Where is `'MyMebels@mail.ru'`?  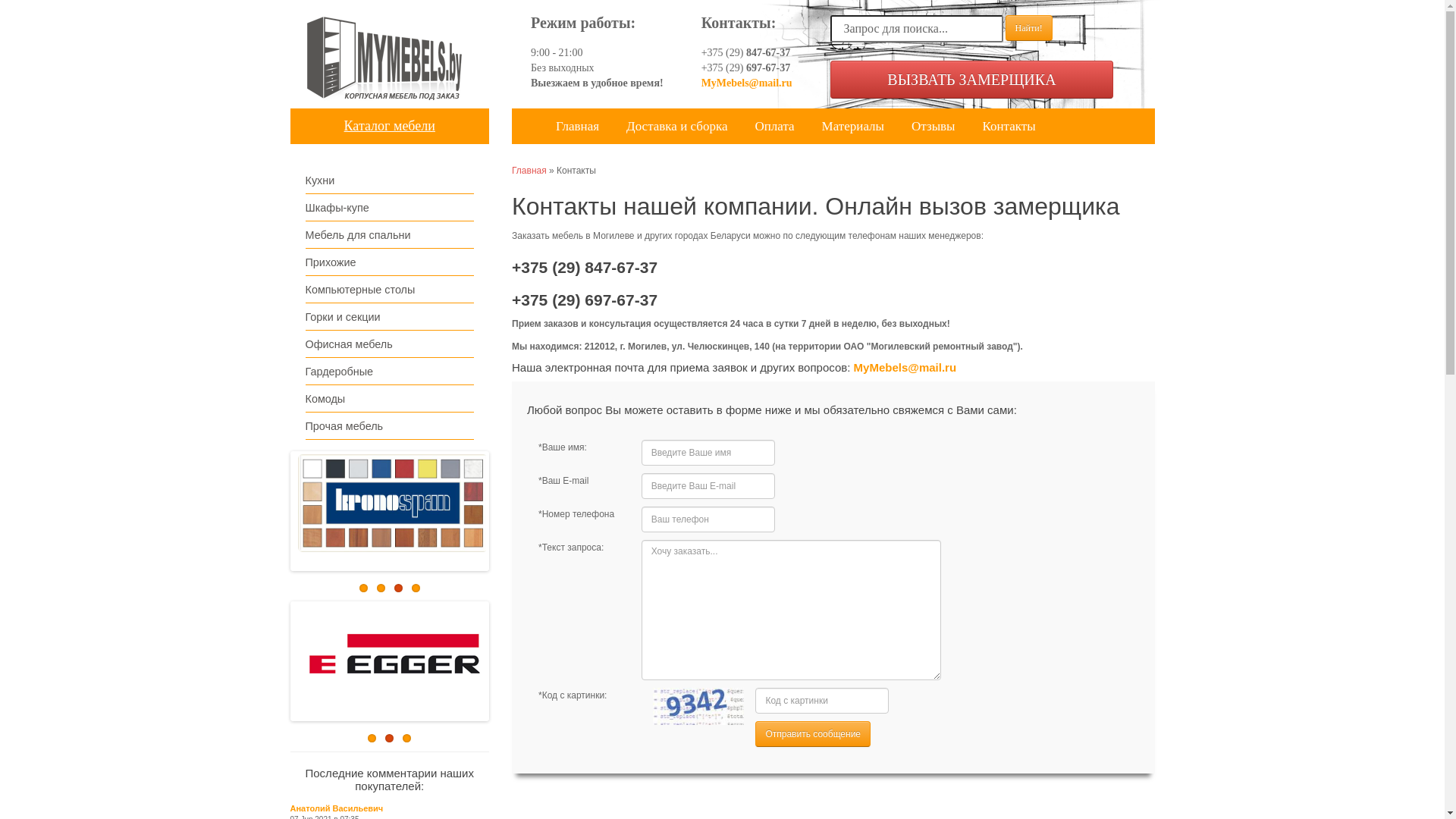 'MyMebels@mail.ru' is located at coordinates (905, 367).